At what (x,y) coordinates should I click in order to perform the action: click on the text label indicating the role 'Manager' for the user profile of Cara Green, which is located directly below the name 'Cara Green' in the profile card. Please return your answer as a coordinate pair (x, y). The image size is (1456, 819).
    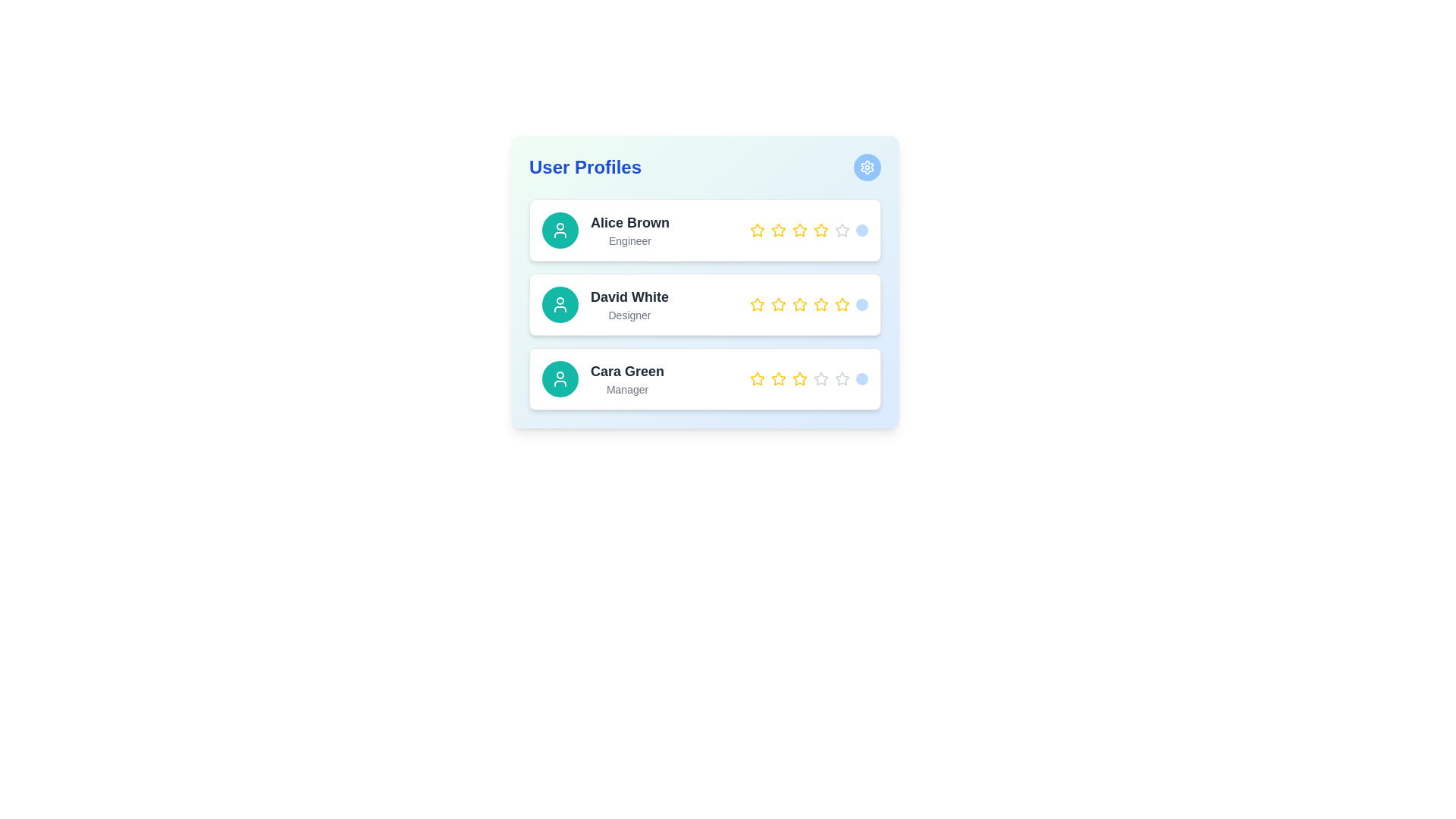
    Looking at the image, I should click on (627, 388).